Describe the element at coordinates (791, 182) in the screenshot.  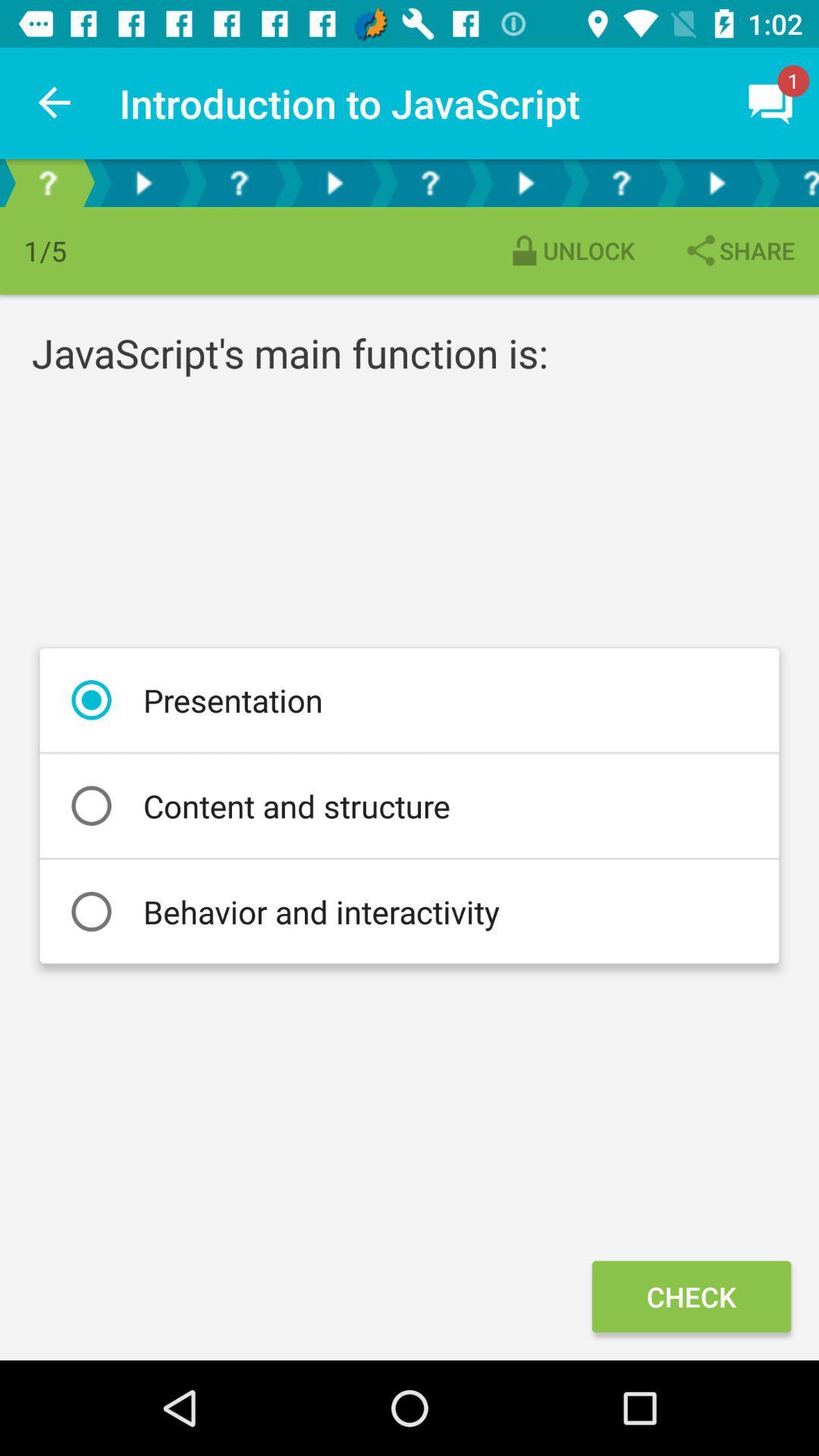
I see `the help icon` at that location.